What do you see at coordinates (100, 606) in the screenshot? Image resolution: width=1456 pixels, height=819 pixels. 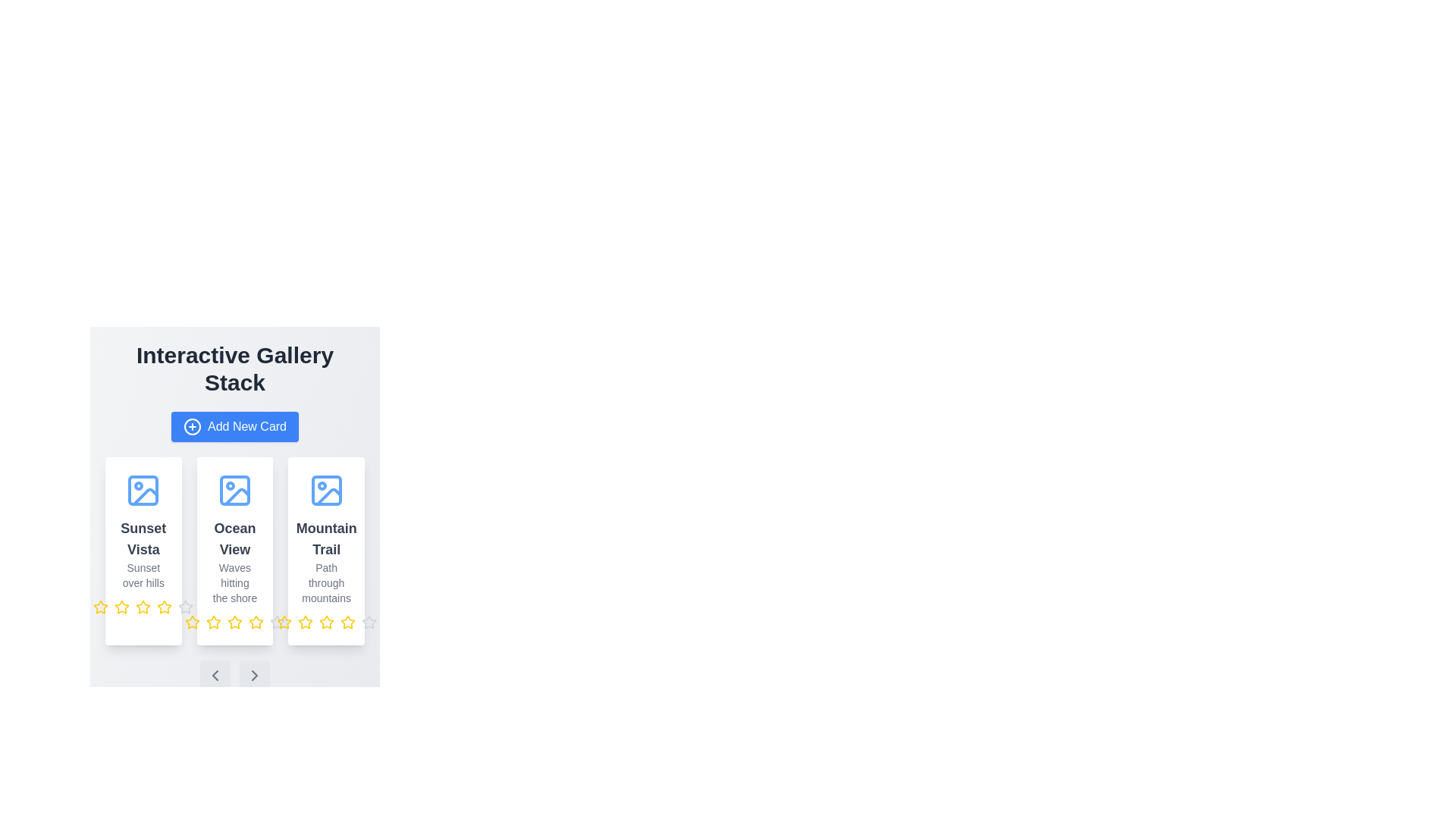 I see `from the first rating star icon of the 'Sunset Vista' card` at bounding box center [100, 606].